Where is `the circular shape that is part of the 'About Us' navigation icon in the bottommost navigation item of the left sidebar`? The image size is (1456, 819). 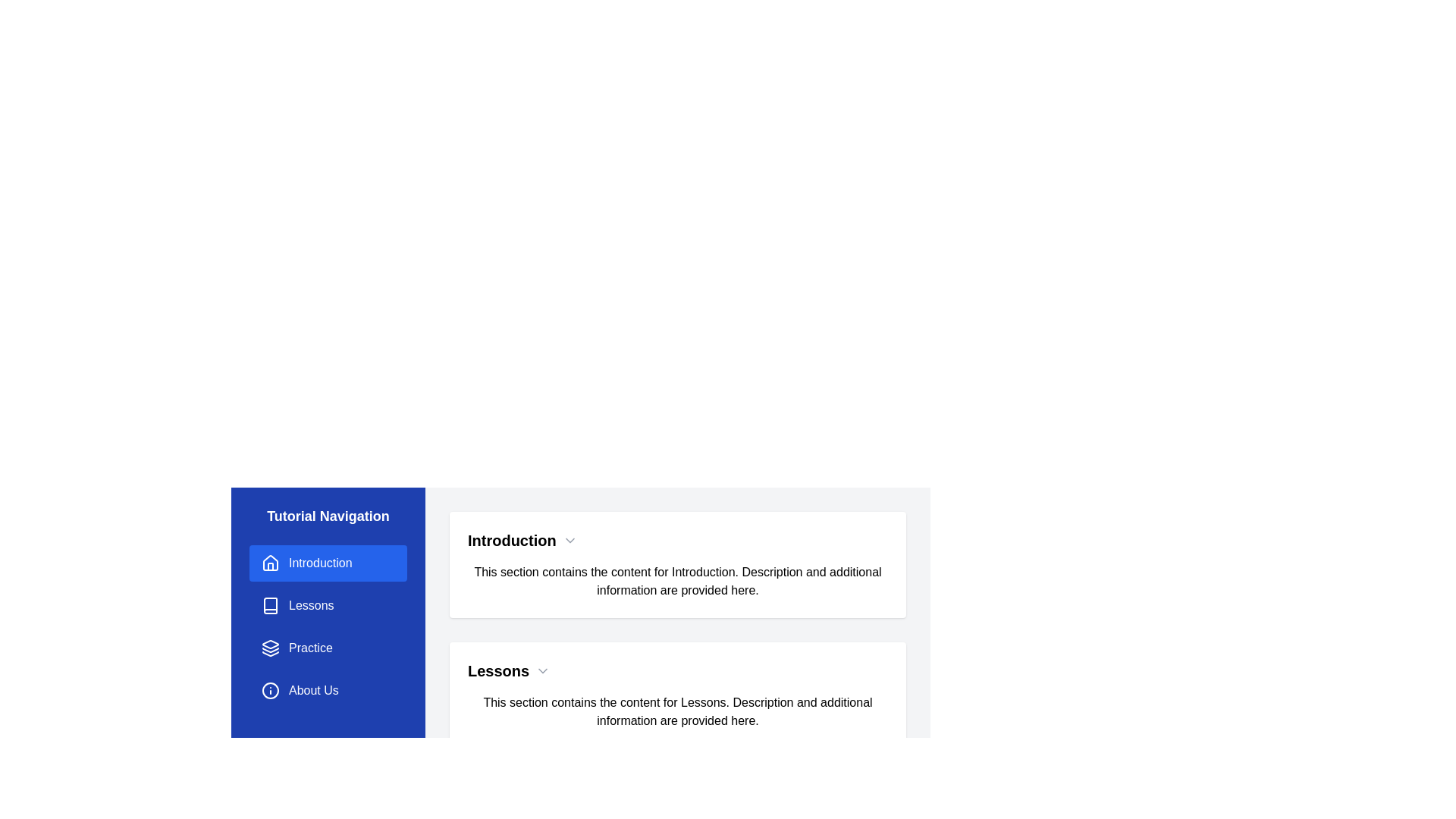 the circular shape that is part of the 'About Us' navigation icon in the bottommost navigation item of the left sidebar is located at coordinates (270, 690).